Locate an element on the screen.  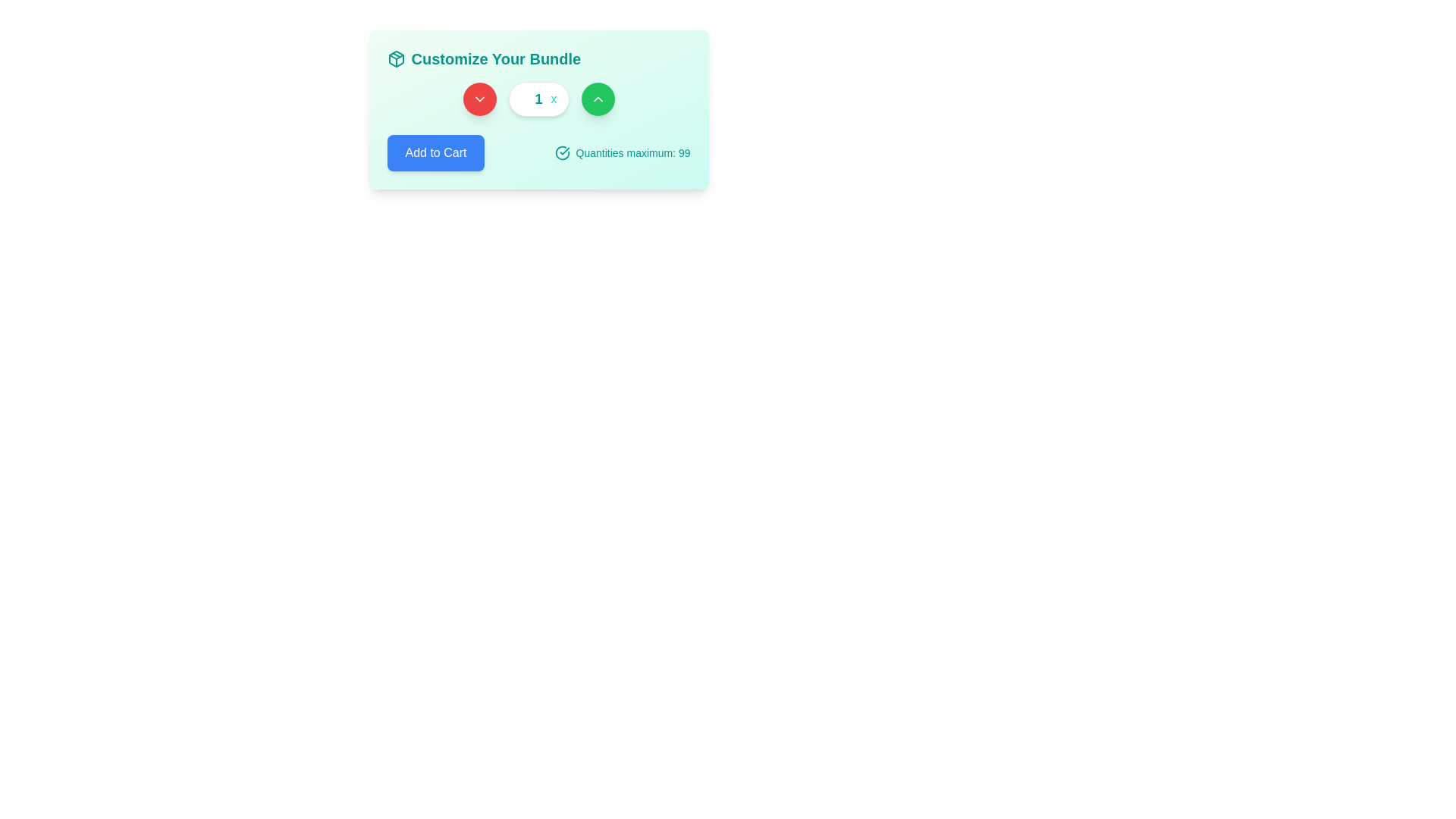
the increment button with an upward-pointing chevron icon located in the 'Customize Your Bundle' interface for accessibility is located at coordinates (597, 99).